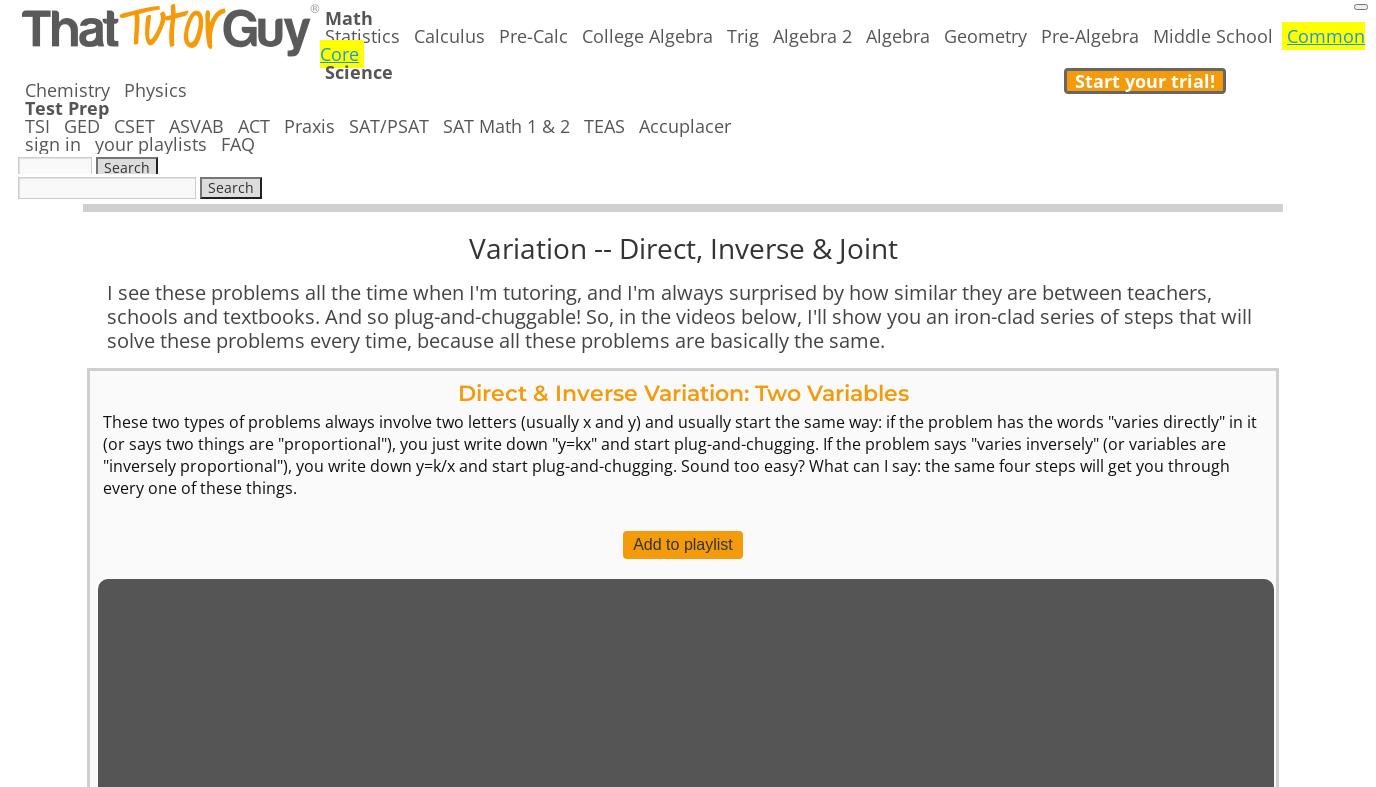 Image resolution: width=1376 pixels, height=787 pixels. Describe the element at coordinates (347, 17) in the screenshot. I see `'Math'` at that location.